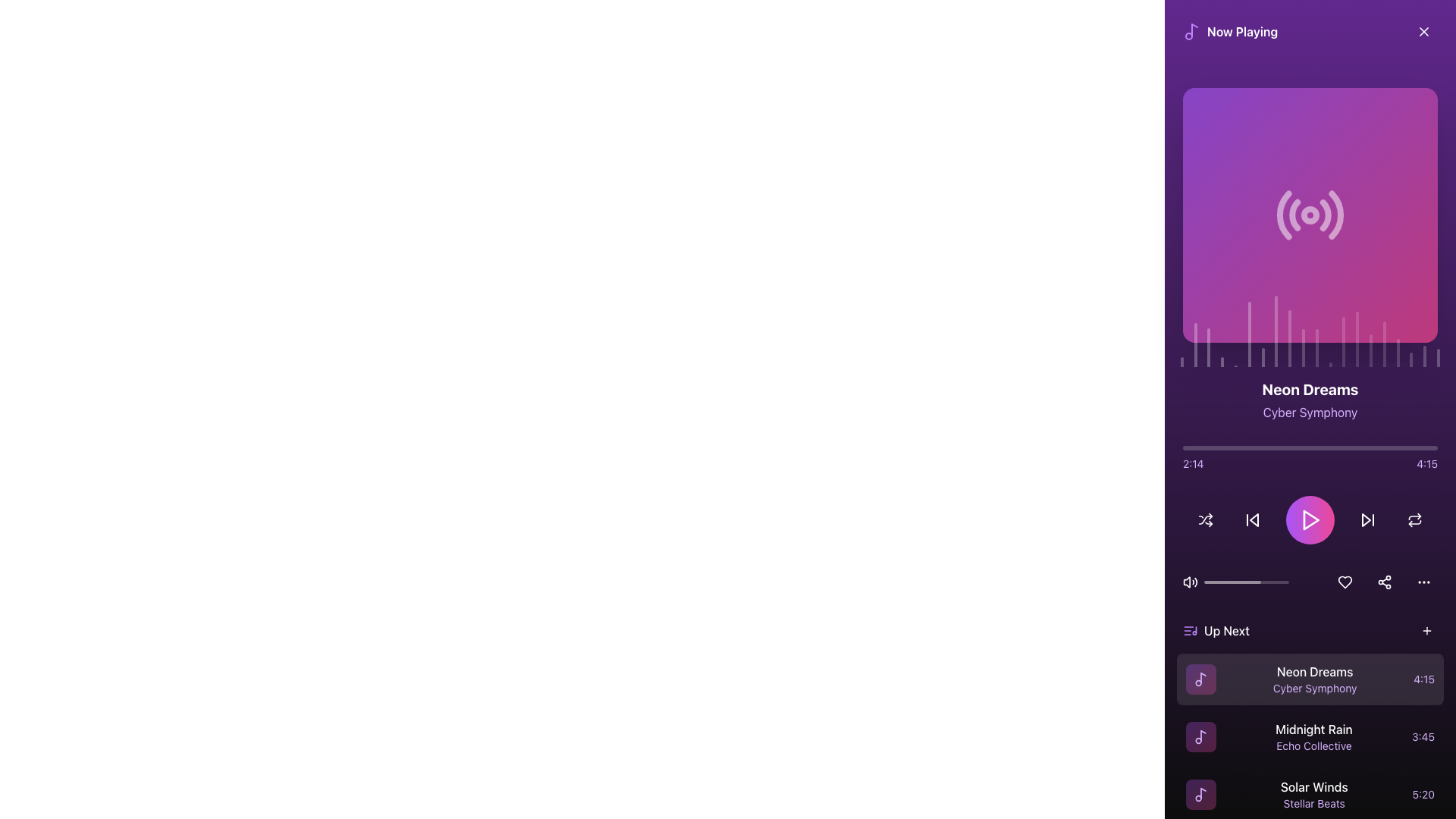  I want to click on the heart icon located in the lower section of the music player interface, so click(1345, 581).